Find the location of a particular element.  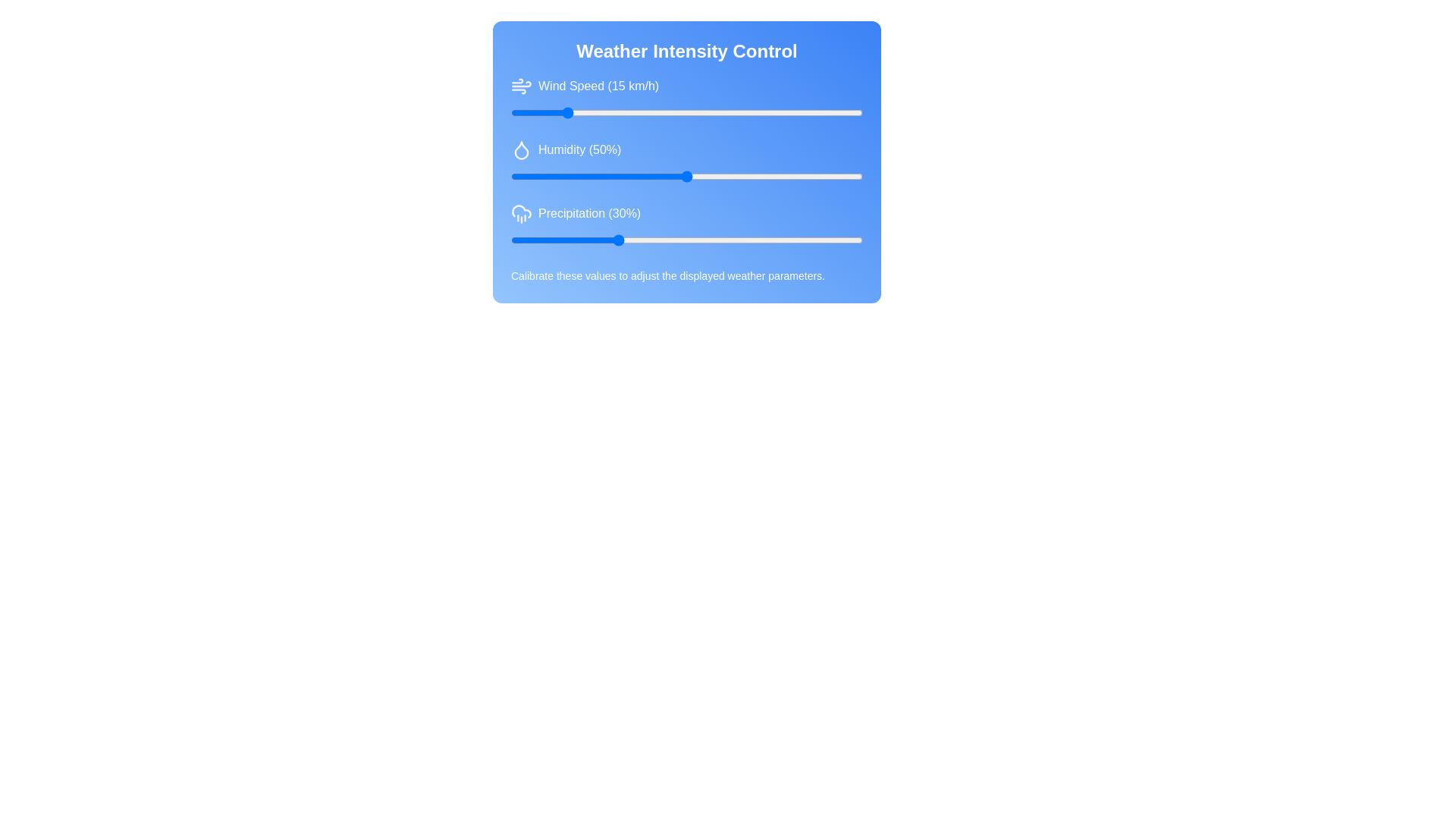

the humidity is located at coordinates (514, 175).